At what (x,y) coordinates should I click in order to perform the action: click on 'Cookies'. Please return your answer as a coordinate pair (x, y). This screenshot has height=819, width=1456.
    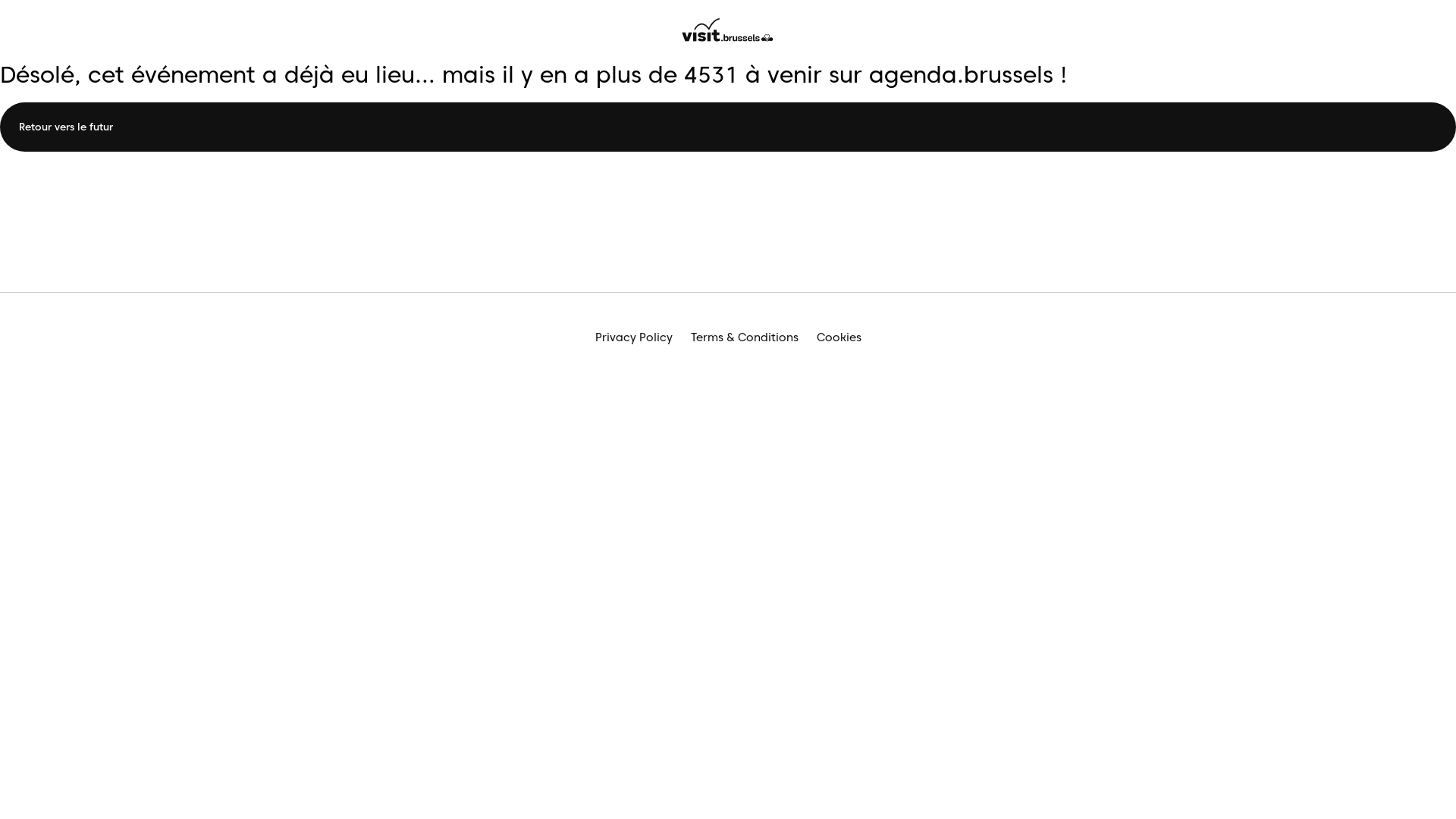
    Looking at the image, I should click on (837, 337).